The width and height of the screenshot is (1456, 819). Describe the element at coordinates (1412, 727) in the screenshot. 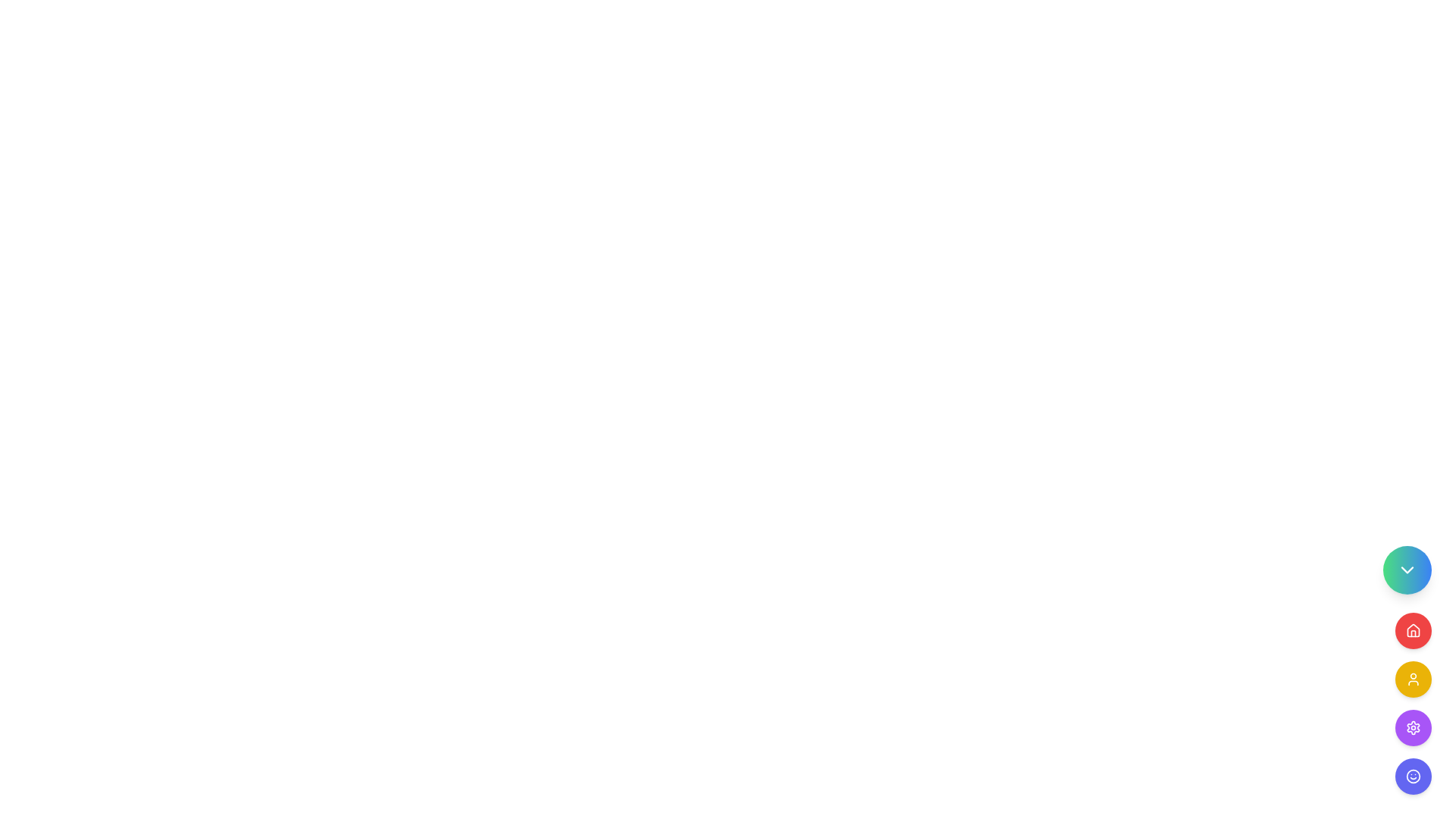

I see `the fourth circular button` at that location.